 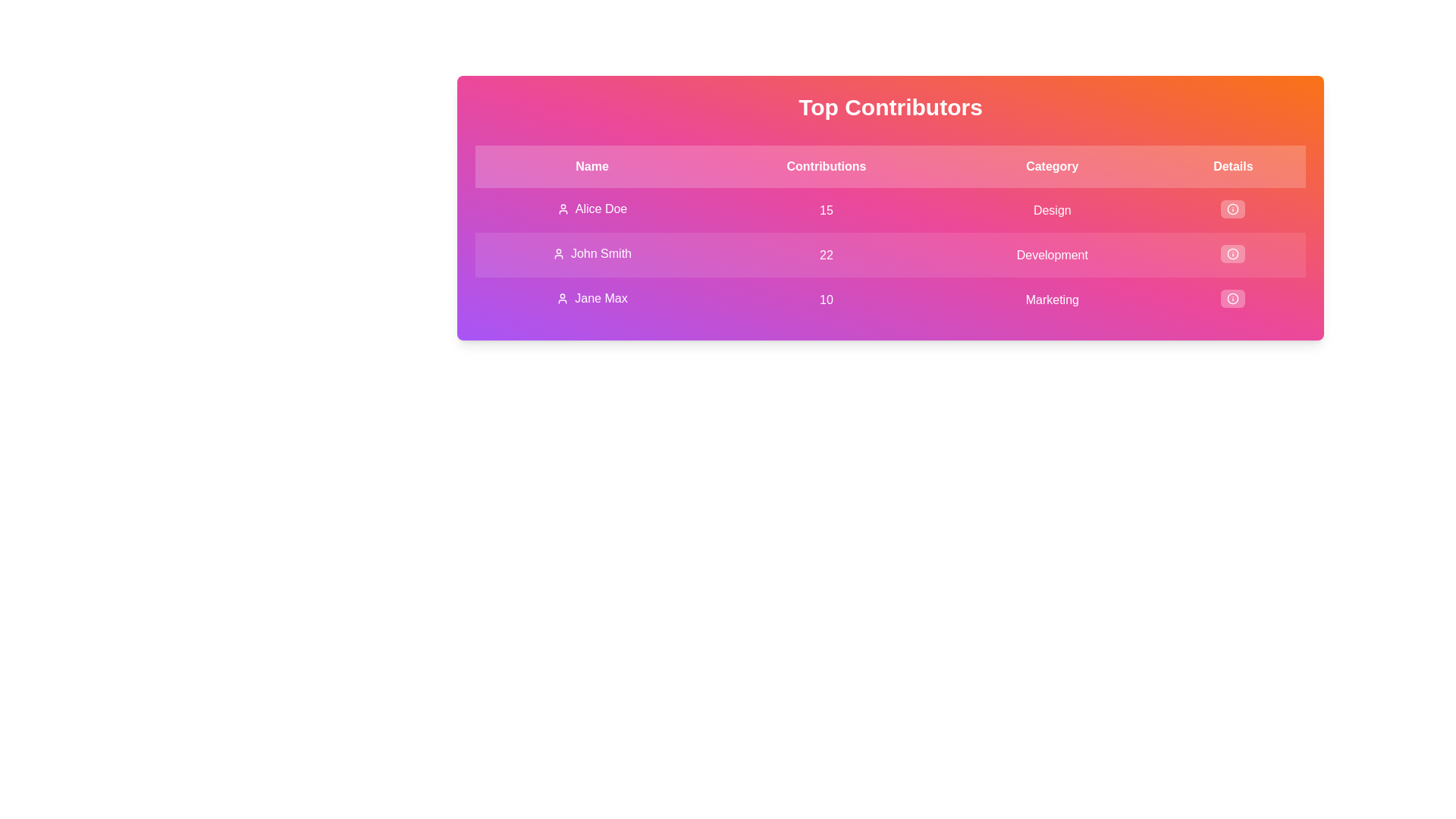 I want to click on the informational label indicating the category associated with contributor 'John Smith', located in the second row of the table under the 'Category' column, to the right of '22' and left of an interactive button, so click(x=1051, y=254).